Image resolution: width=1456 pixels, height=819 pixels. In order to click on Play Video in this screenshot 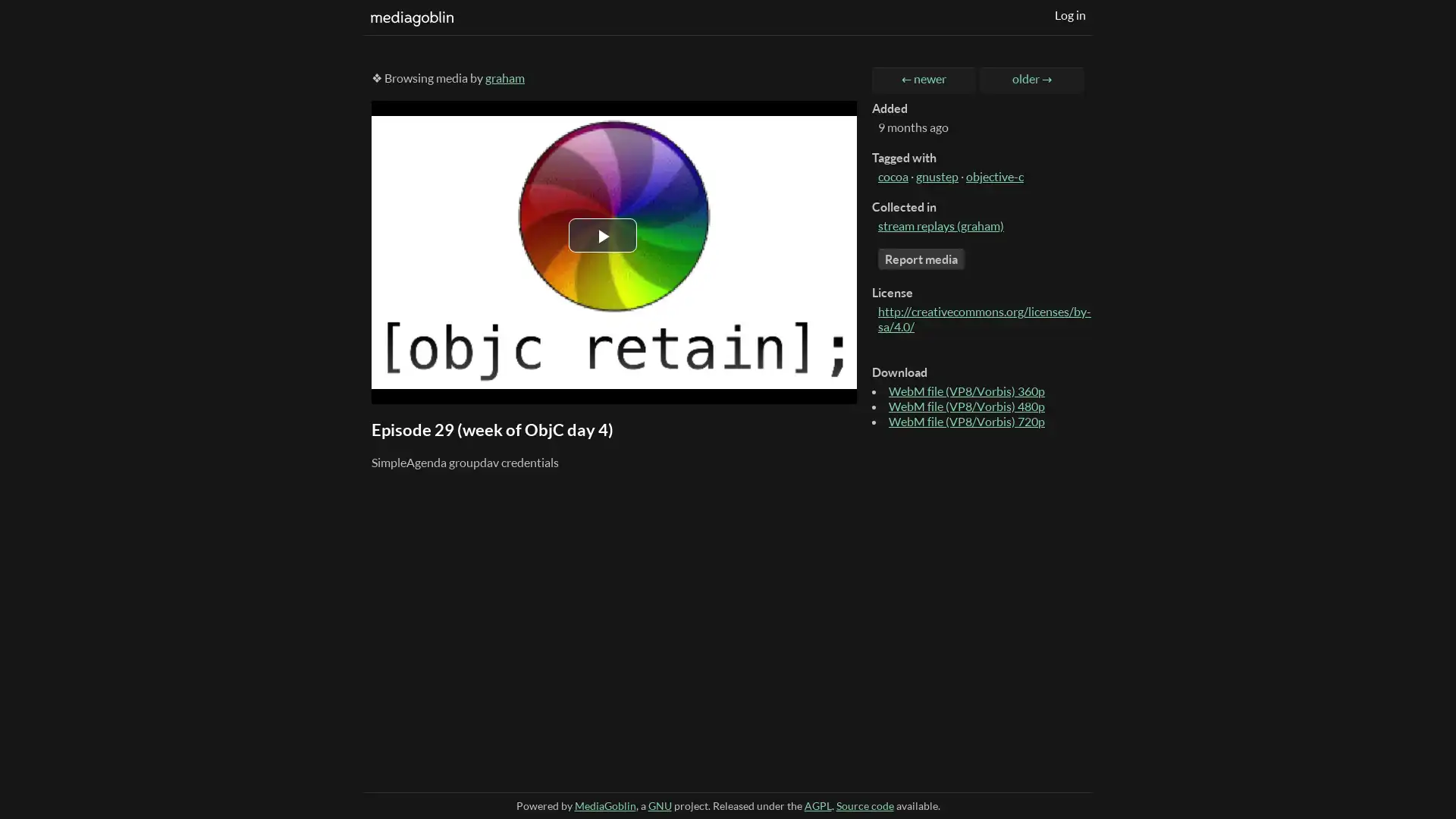, I will do `click(602, 235)`.